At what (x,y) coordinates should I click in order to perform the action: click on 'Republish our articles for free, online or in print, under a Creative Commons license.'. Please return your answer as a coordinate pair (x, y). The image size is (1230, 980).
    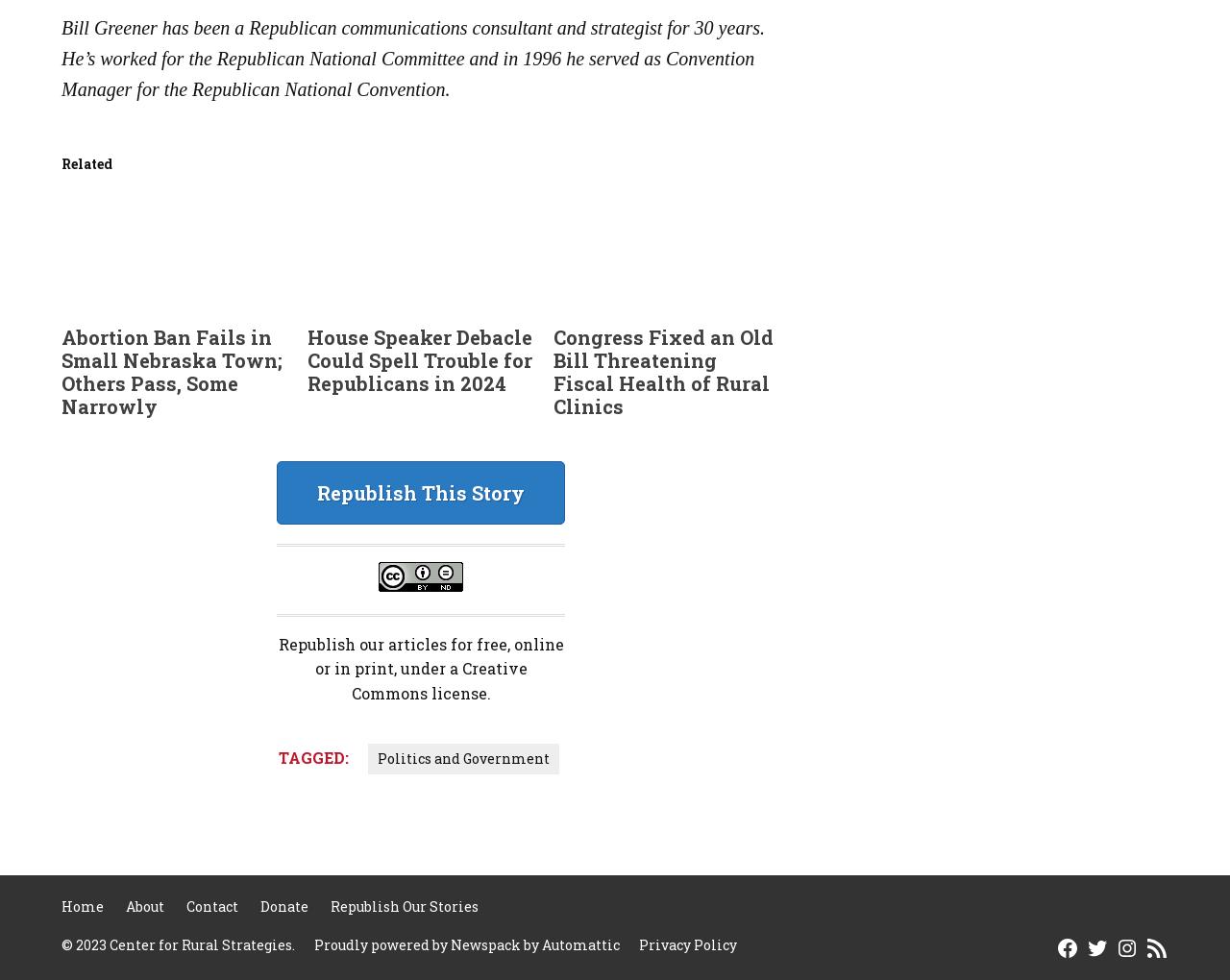
    Looking at the image, I should click on (277, 667).